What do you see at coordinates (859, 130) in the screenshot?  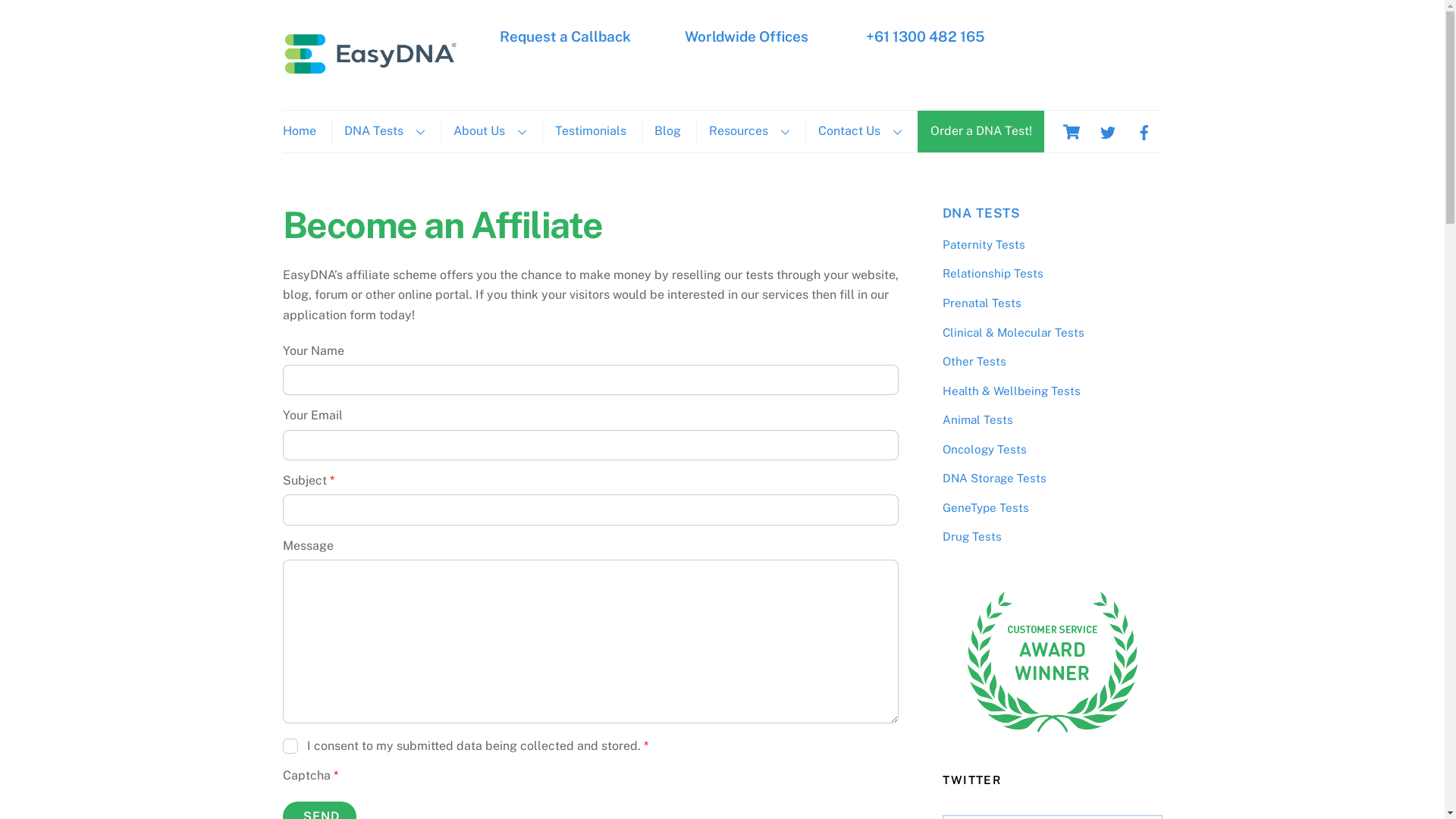 I see `'Contact Us'` at bounding box center [859, 130].